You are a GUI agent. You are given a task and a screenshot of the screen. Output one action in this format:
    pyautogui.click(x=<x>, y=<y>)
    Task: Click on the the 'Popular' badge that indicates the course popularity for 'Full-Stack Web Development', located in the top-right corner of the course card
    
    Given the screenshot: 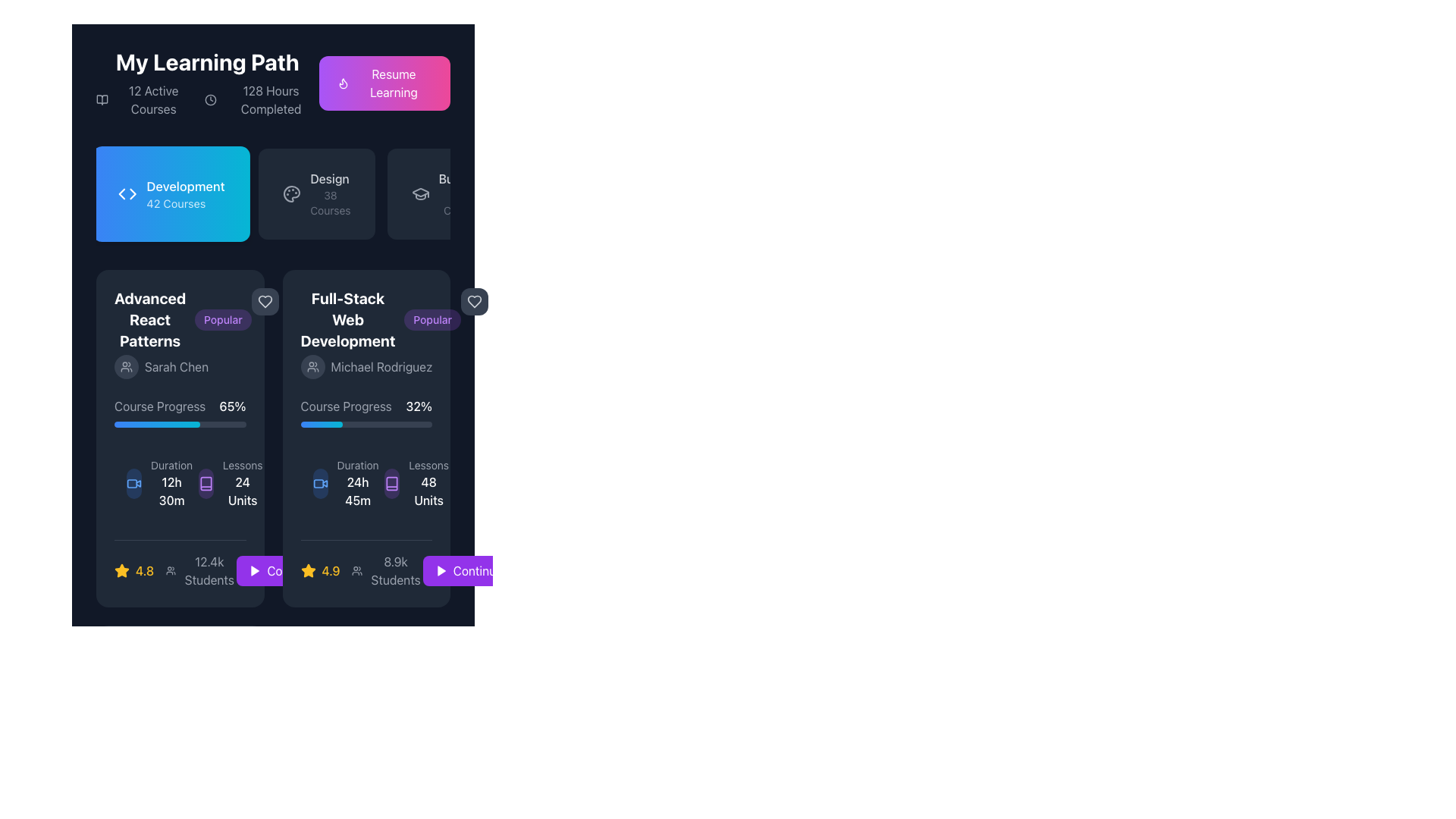 What is the action you would take?
    pyautogui.click(x=431, y=318)
    